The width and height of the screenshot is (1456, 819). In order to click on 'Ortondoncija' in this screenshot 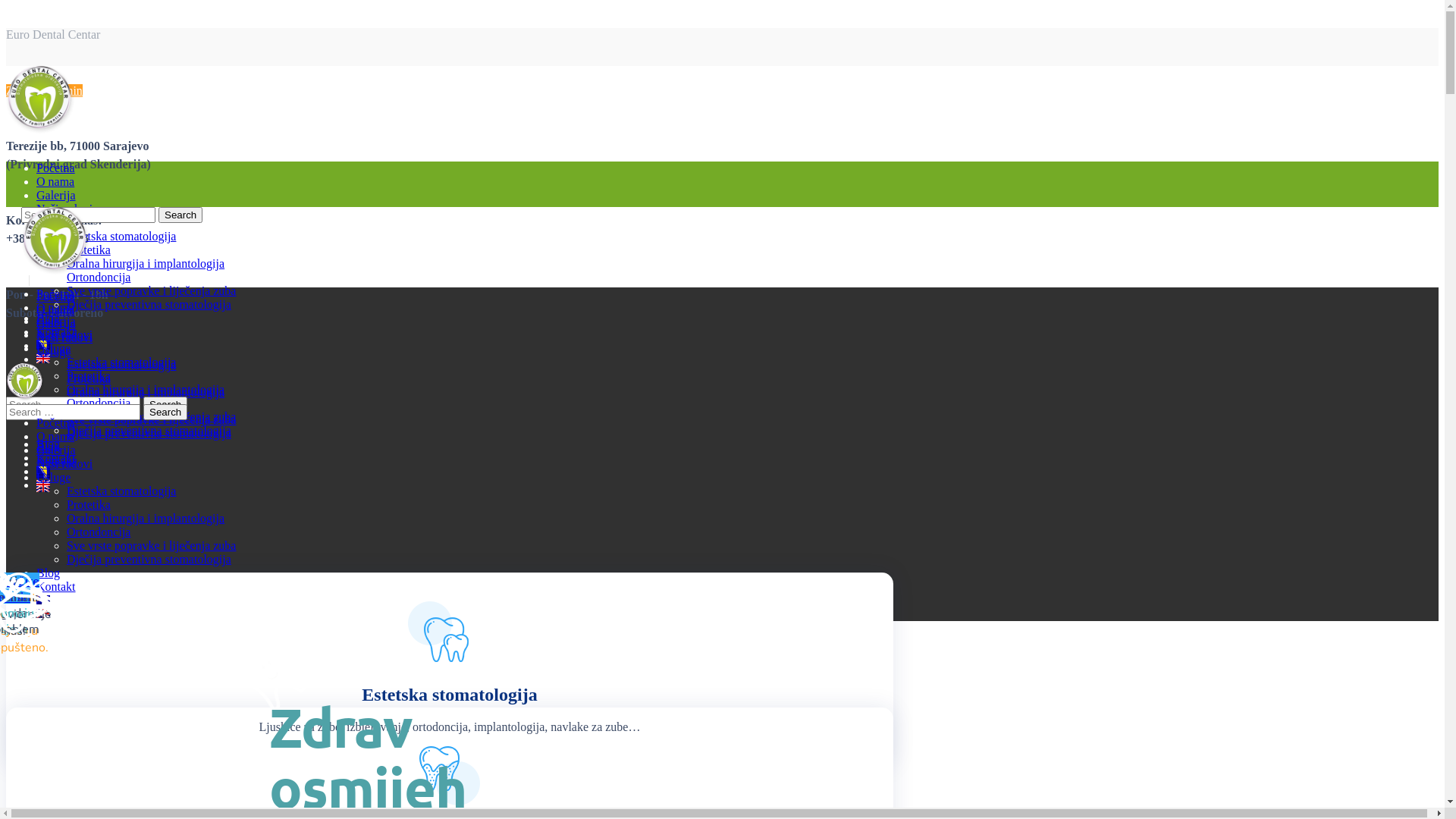, I will do `click(97, 405)`.